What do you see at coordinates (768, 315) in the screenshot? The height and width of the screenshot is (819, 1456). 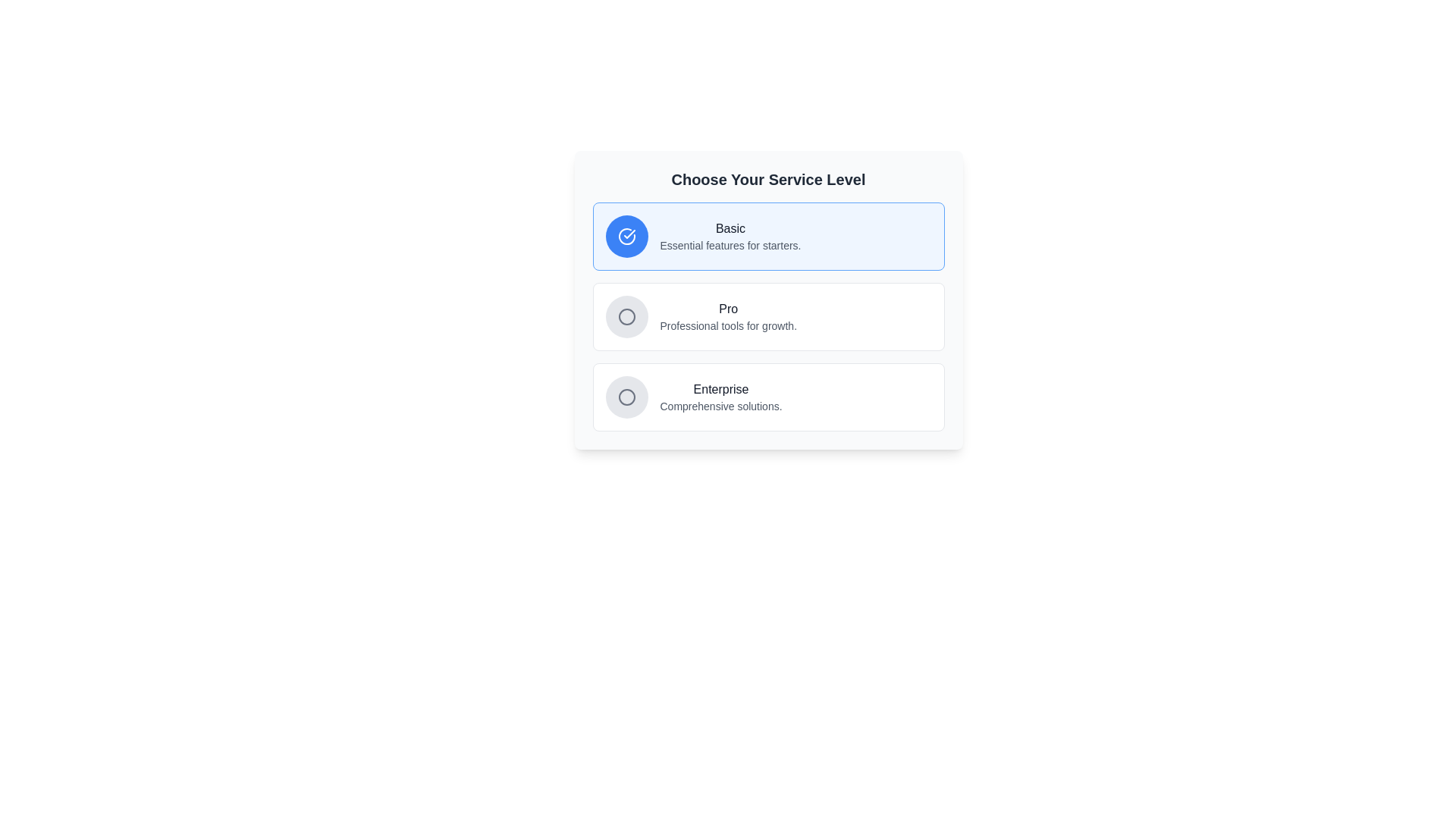 I see `the selectable option labeled 'Pro' in the vertical list of service plans` at bounding box center [768, 315].